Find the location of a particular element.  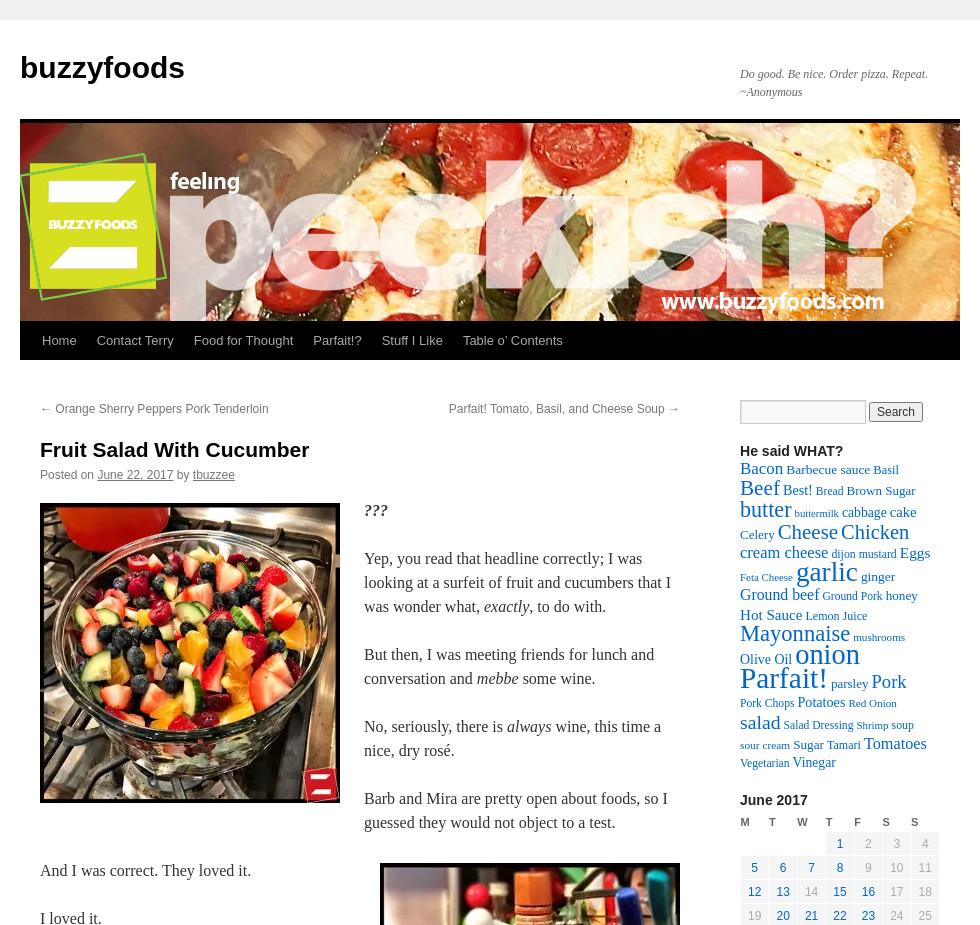

'wine, this time a nice, dry rosé.' is located at coordinates (363, 738).